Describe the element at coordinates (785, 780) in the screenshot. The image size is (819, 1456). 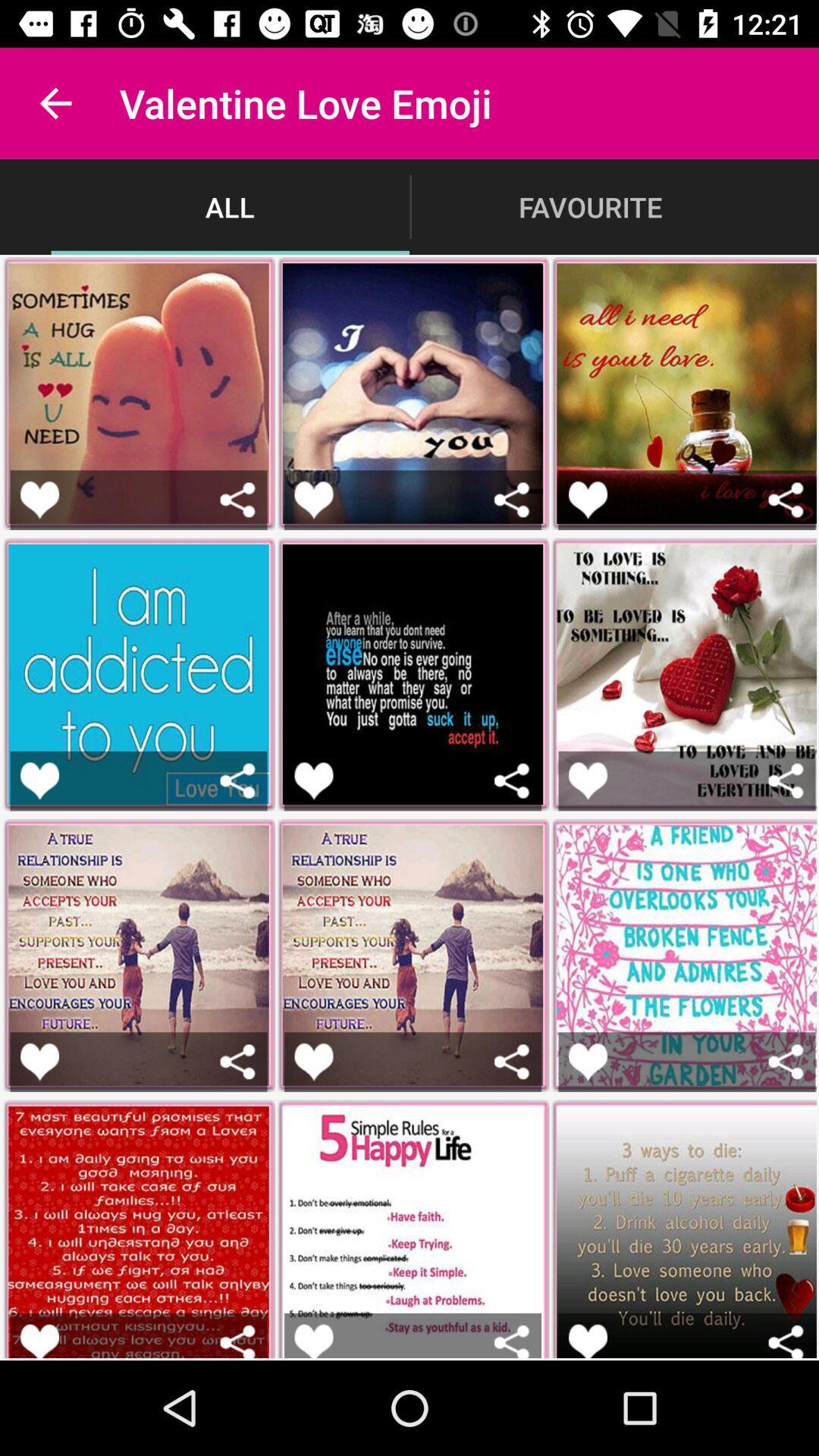
I see `share post` at that location.